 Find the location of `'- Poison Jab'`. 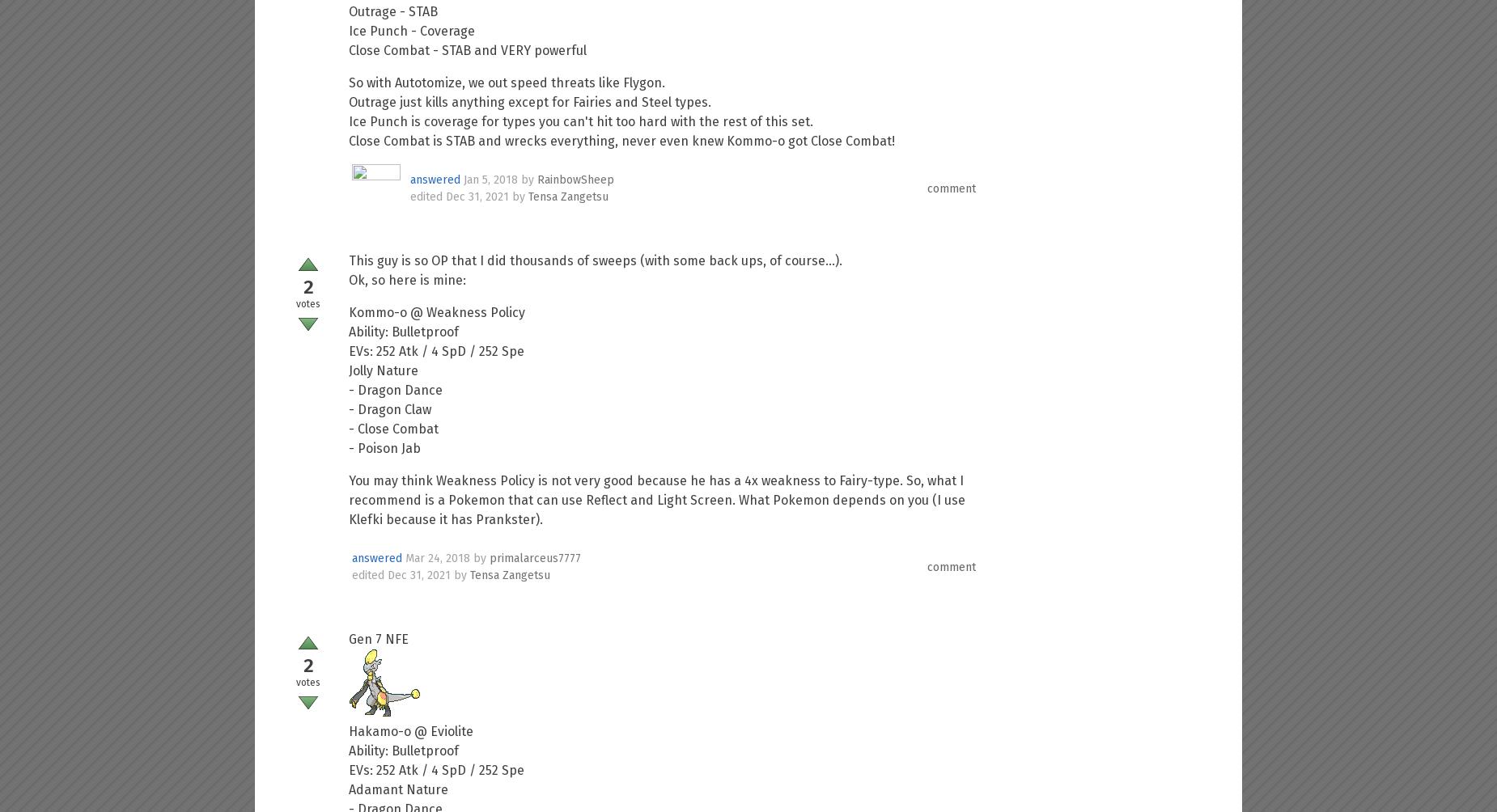

'- Poison Jab' is located at coordinates (384, 448).